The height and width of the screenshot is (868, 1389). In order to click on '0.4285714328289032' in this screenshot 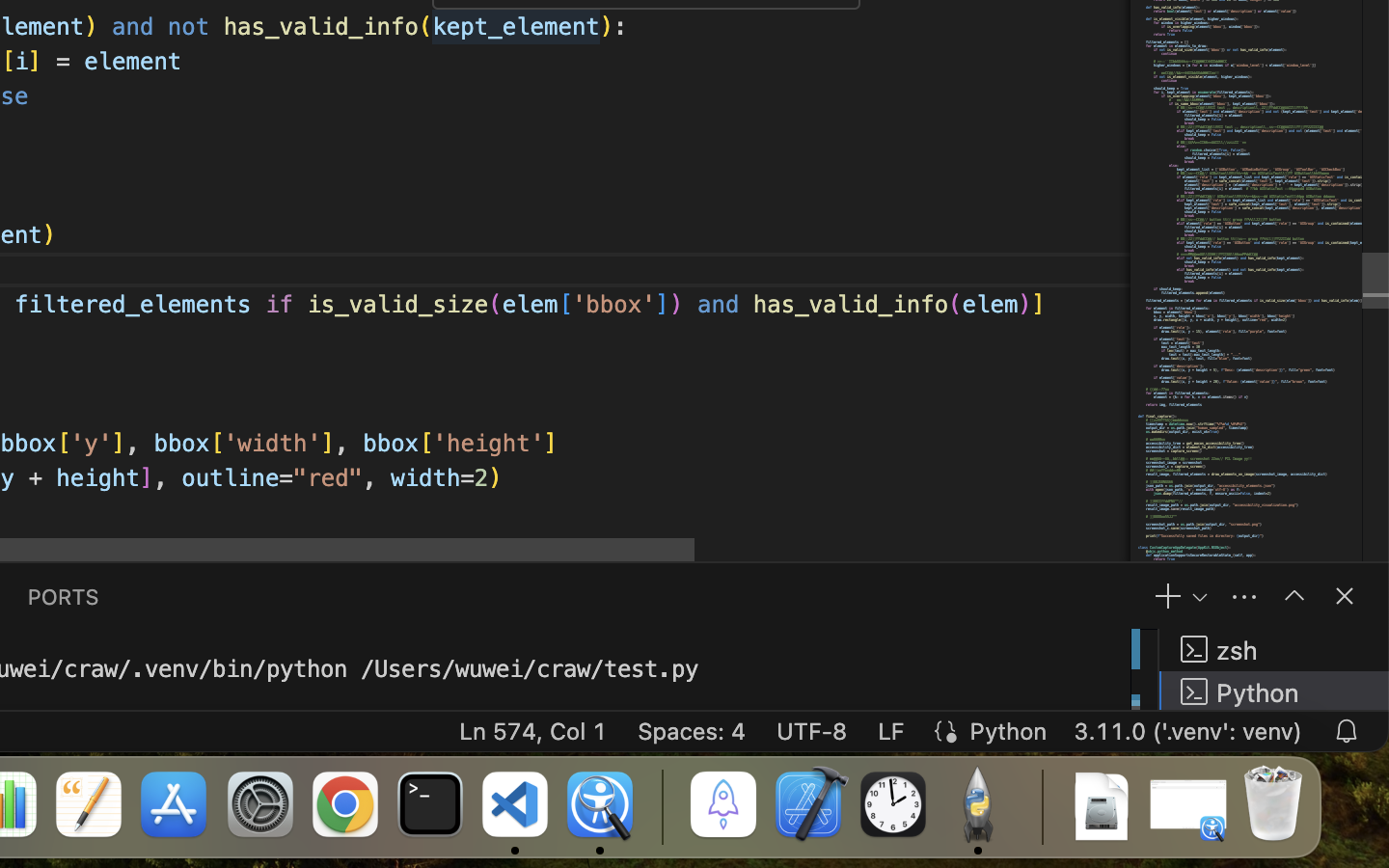, I will do `click(661, 805)`.